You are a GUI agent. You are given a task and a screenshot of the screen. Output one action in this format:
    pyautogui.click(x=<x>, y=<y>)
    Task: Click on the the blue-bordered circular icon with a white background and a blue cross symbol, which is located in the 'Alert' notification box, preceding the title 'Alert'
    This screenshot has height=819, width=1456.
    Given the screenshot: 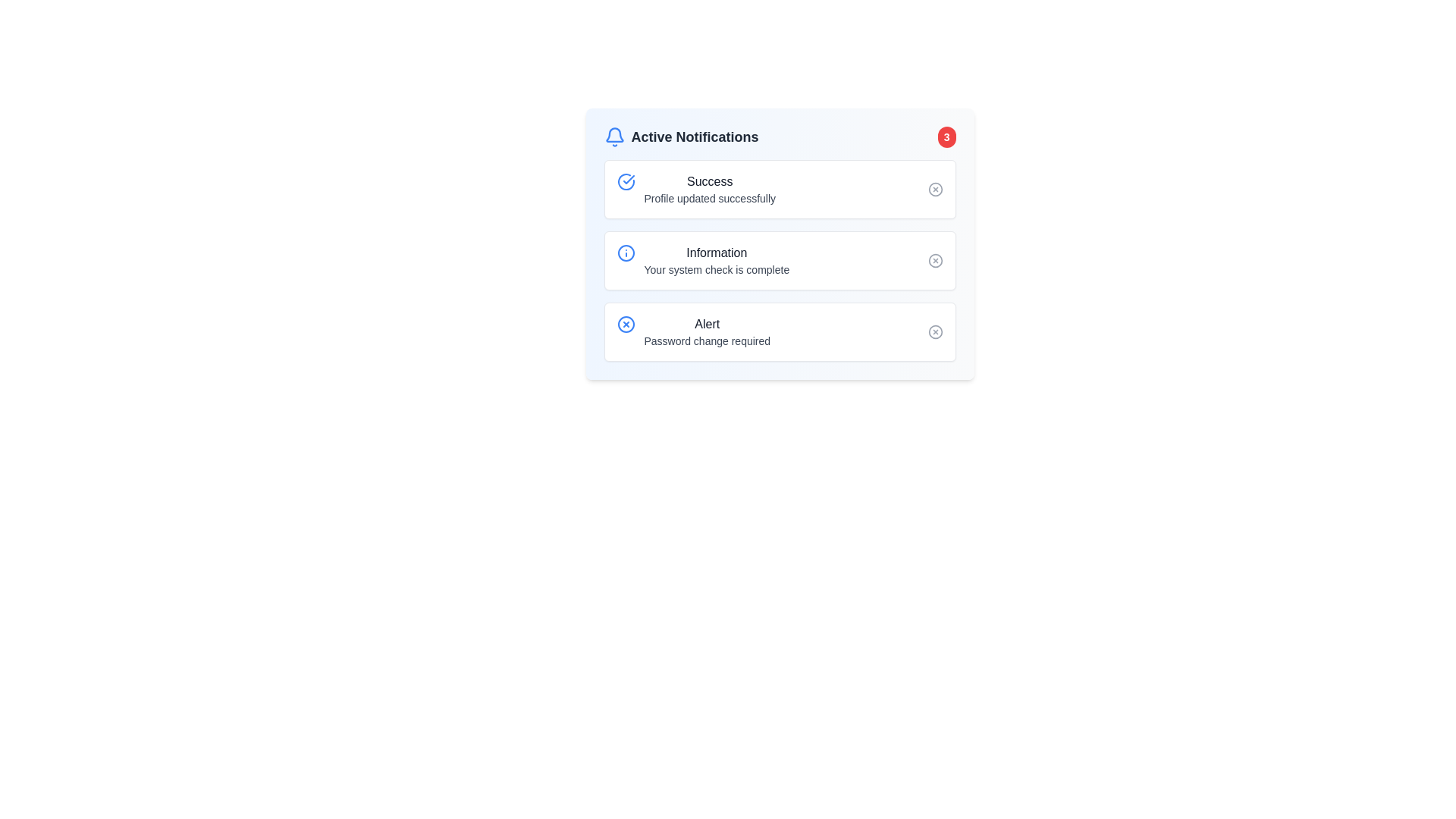 What is the action you would take?
    pyautogui.click(x=626, y=324)
    